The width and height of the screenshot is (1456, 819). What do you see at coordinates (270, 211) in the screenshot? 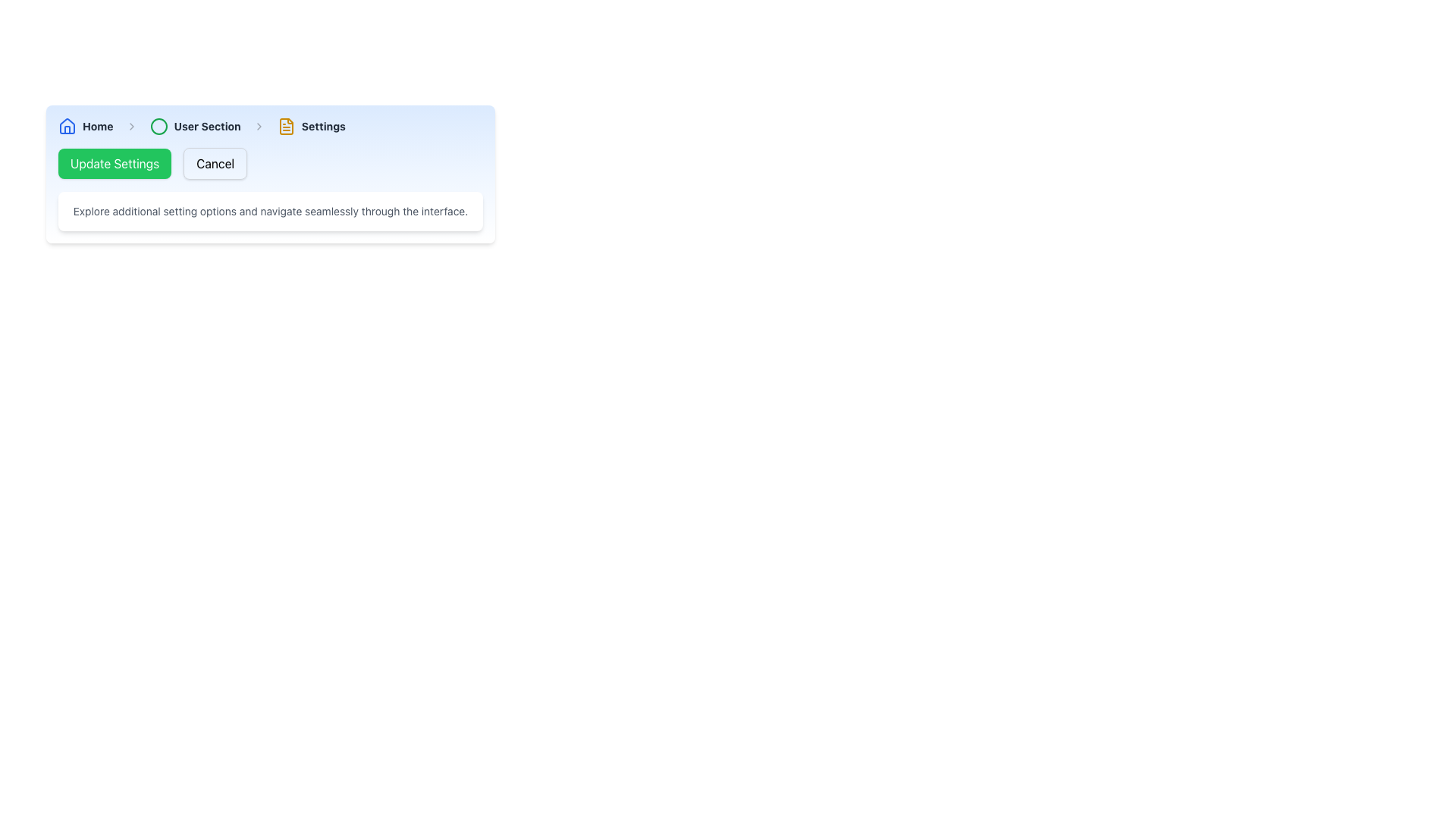
I see `the Text Box that provides guidance or context to the user, located beneath the 'Update Settings' and 'Cancel' buttons` at bounding box center [270, 211].